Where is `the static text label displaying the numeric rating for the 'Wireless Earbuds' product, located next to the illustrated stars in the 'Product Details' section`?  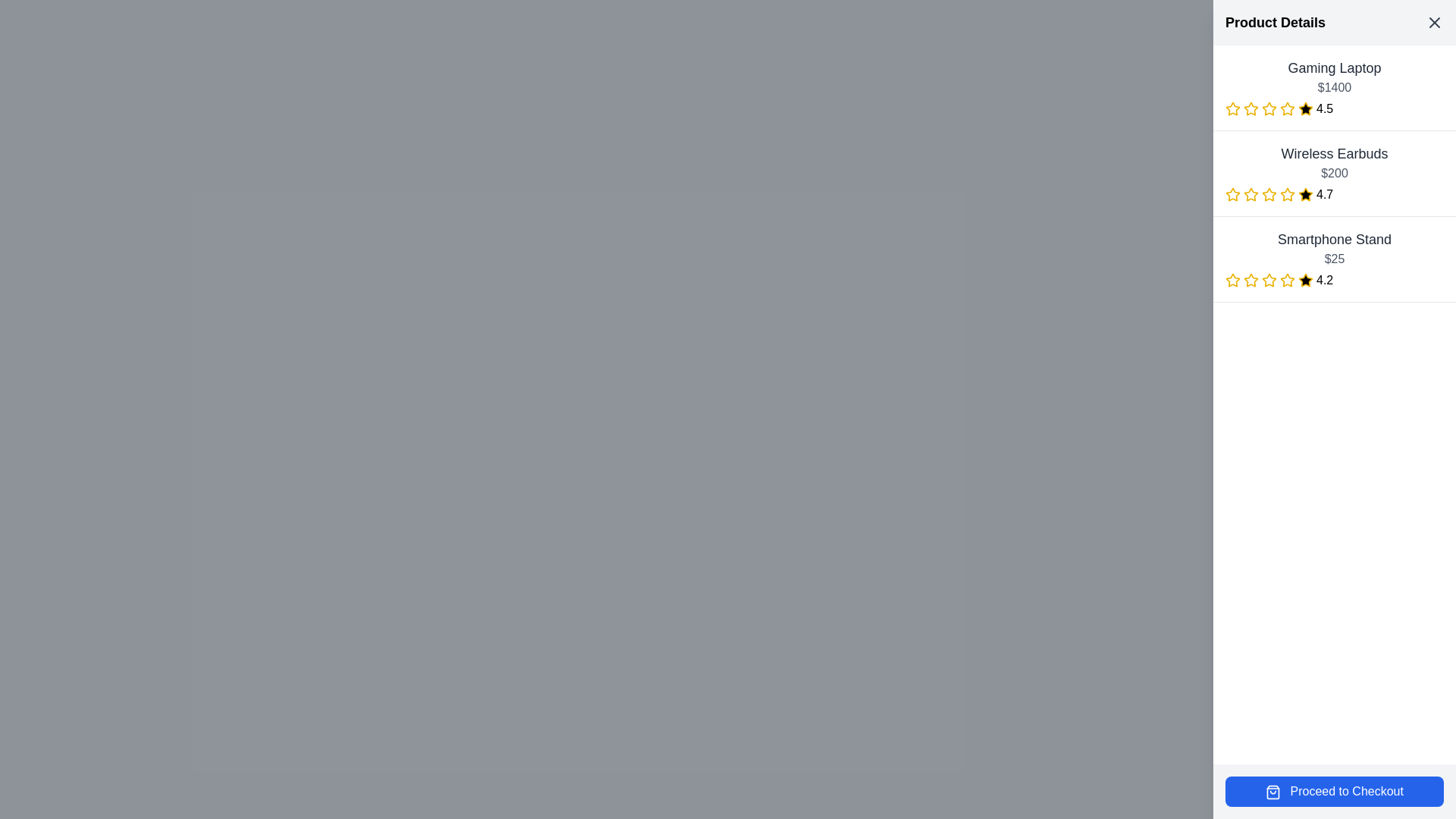 the static text label displaying the numeric rating for the 'Wireless Earbuds' product, located next to the illustrated stars in the 'Product Details' section is located at coordinates (1324, 194).